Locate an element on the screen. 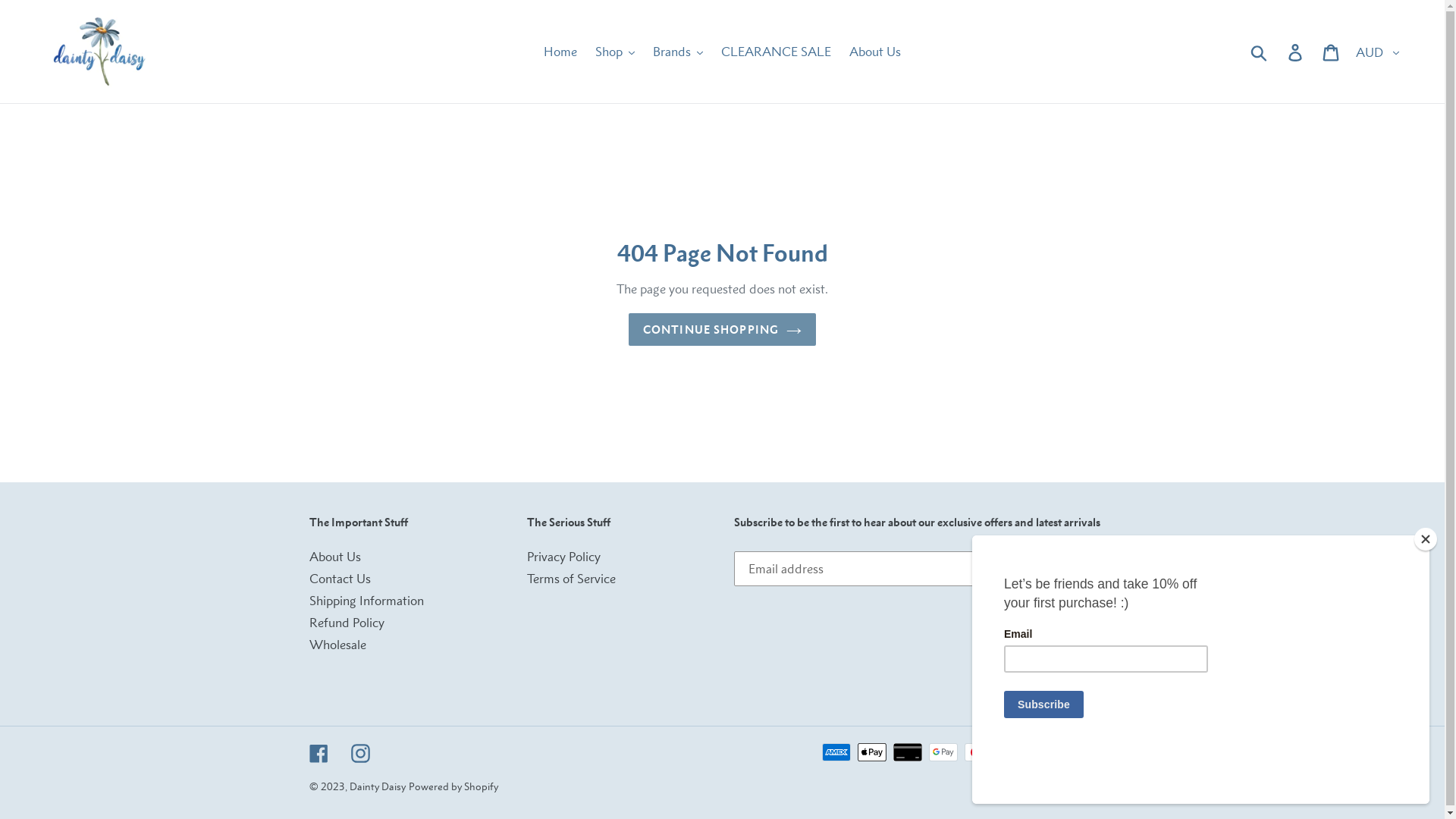 This screenshot has height=819, width=1456. 'Shipping Information' is located at coordinates (366, 599).